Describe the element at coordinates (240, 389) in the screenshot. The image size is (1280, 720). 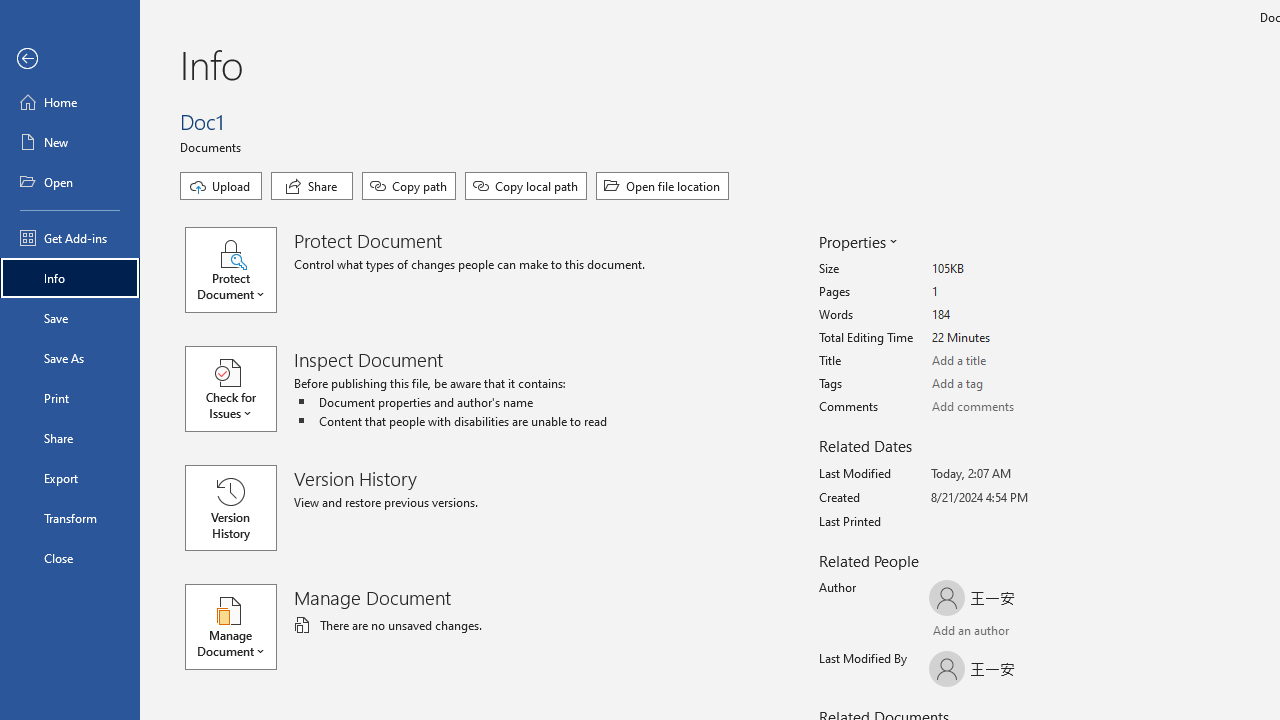
I see `'Check for Issues'` at that location.